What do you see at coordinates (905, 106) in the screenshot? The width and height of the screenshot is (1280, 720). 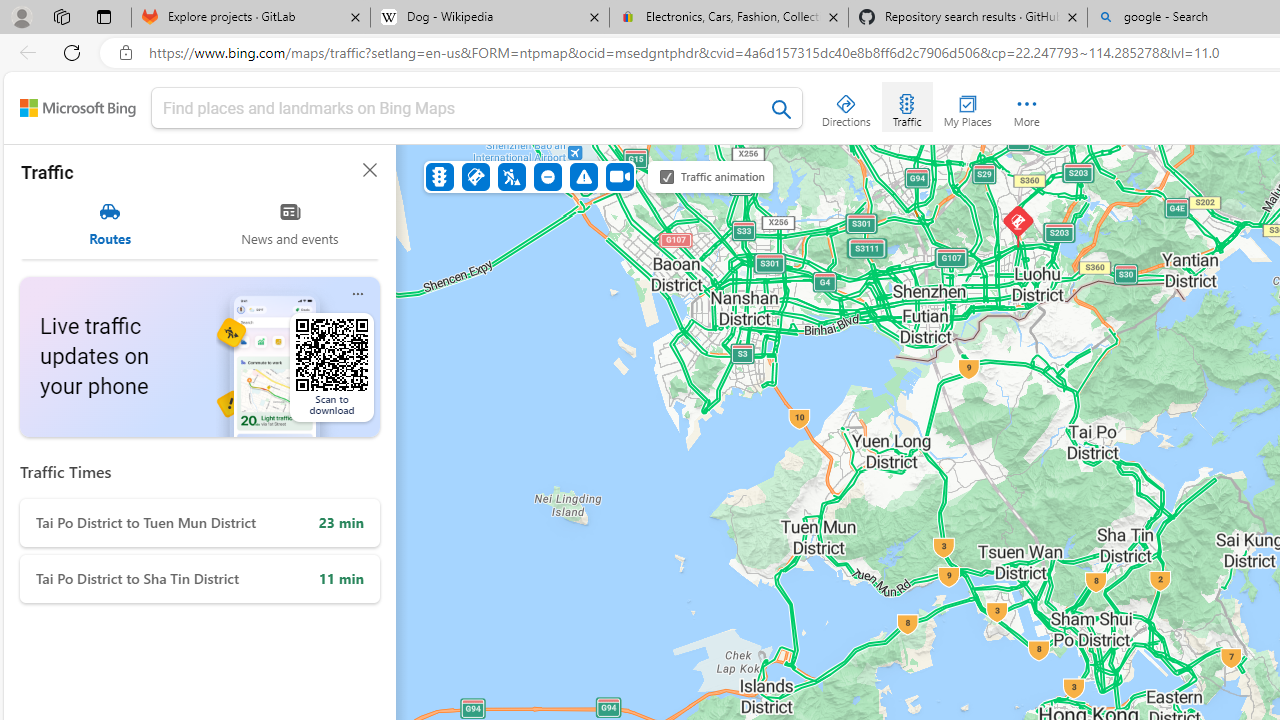 I see `'Traffic'` at bounding box center [905, 106].